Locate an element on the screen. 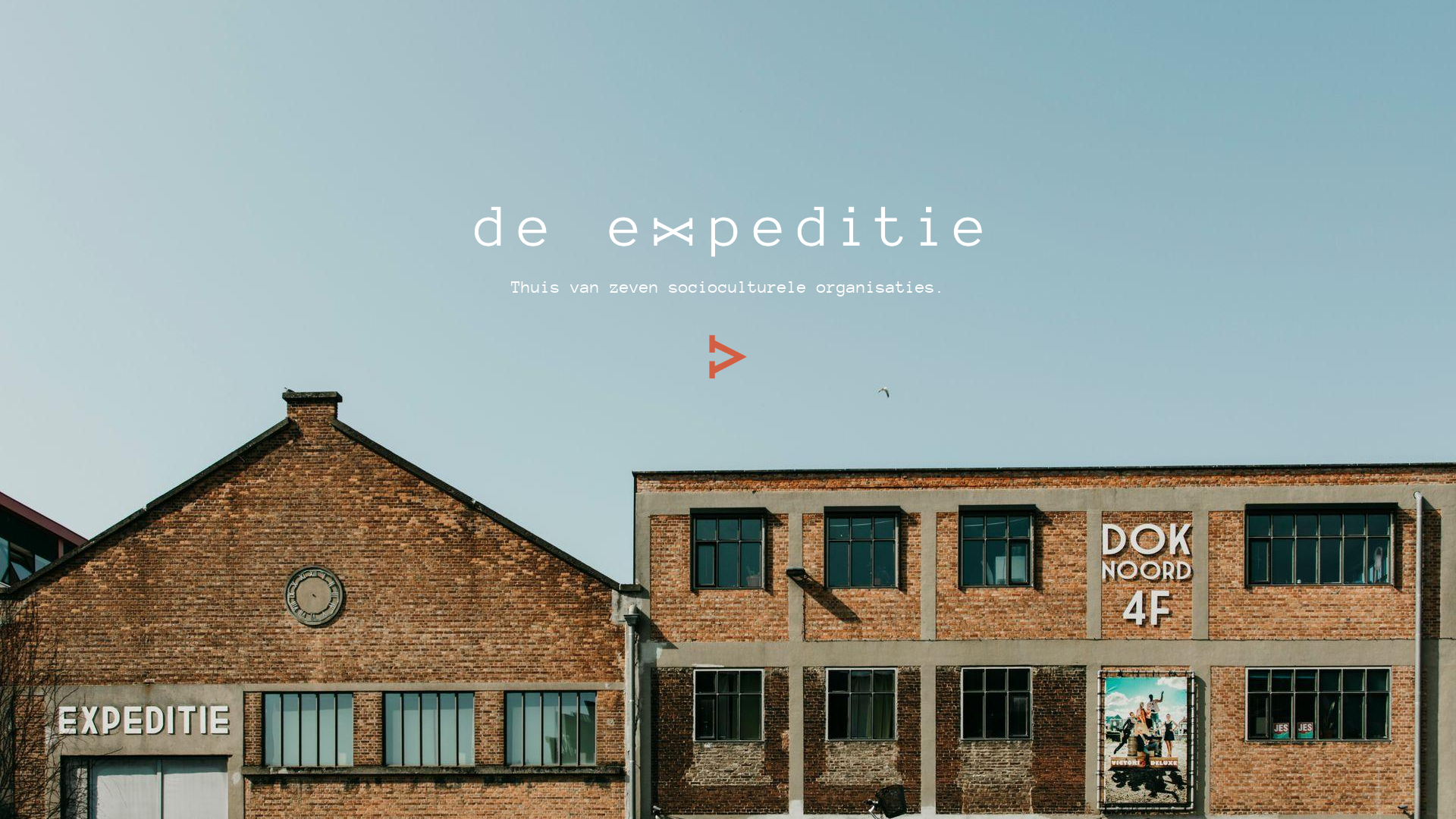  ' Thuis van zeven socioculturele organisaties' is located at coordinates (717, 287).